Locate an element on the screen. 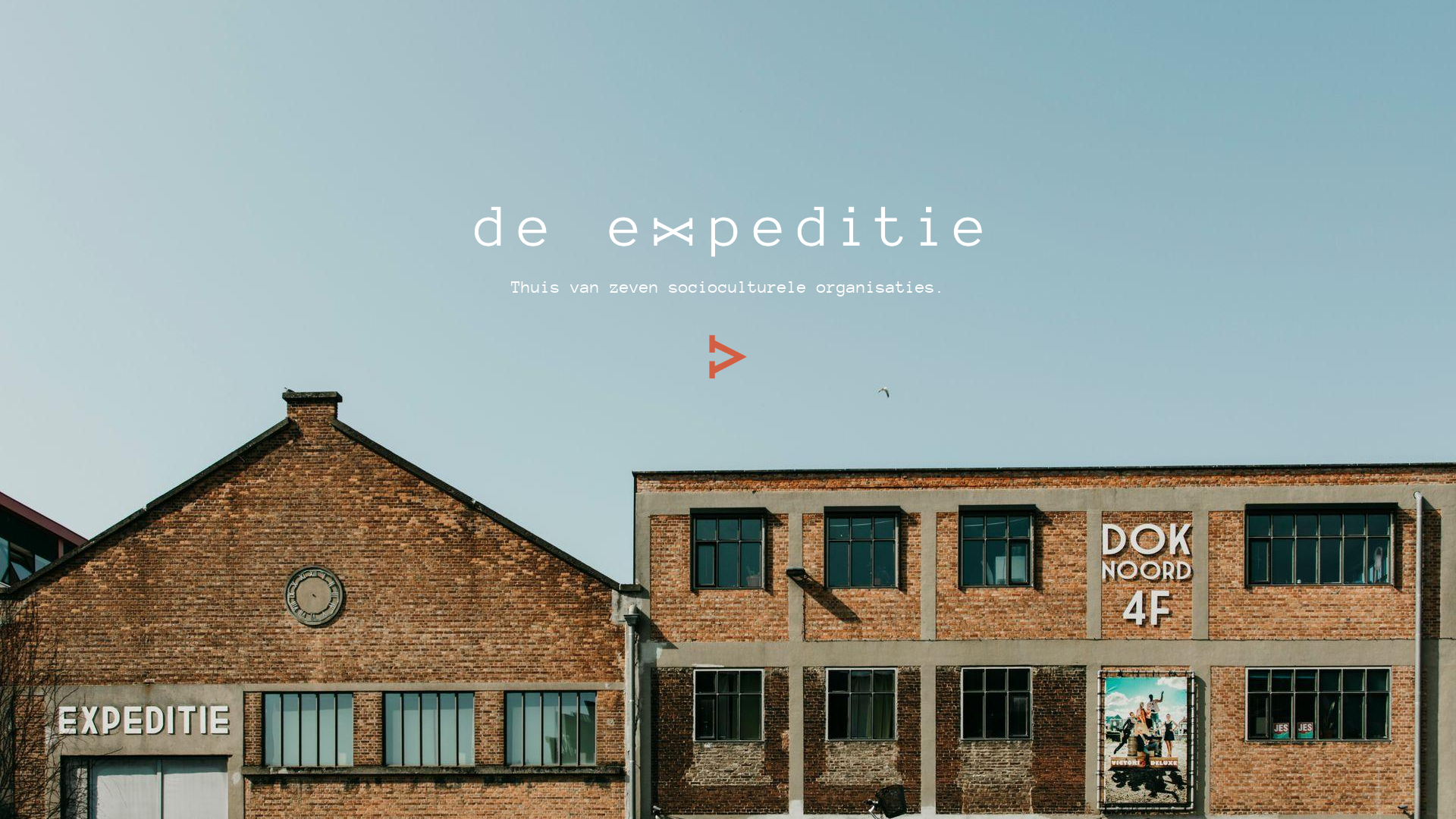  ' Thuis van zeven socioculturele organisaties' is located at coordinates (717, 287).